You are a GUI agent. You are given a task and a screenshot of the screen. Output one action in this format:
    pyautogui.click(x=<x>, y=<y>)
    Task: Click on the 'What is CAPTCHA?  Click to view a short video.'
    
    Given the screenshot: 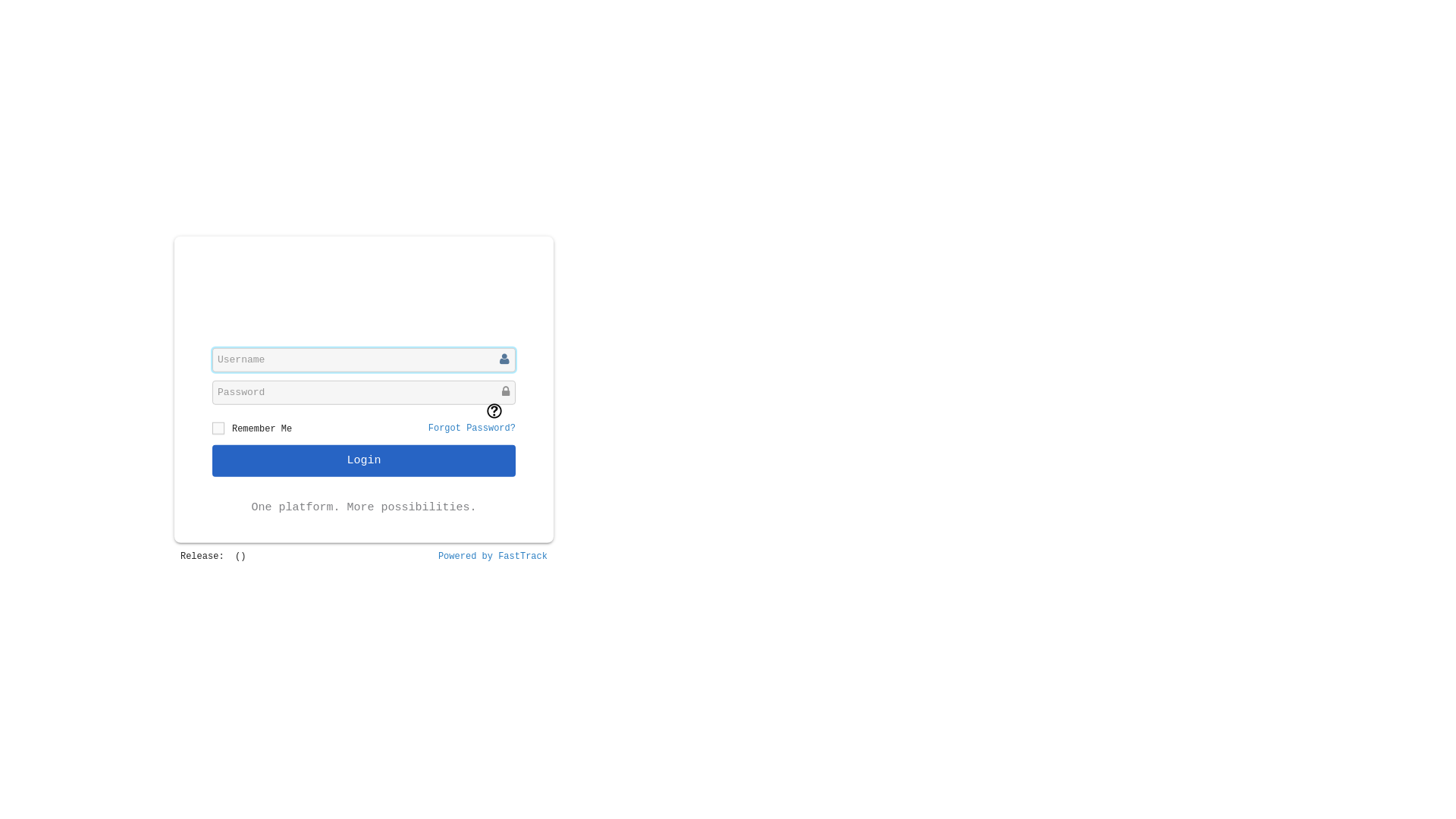 What is the action you would take?
    pyautogui.click(x=494, y=411)
    